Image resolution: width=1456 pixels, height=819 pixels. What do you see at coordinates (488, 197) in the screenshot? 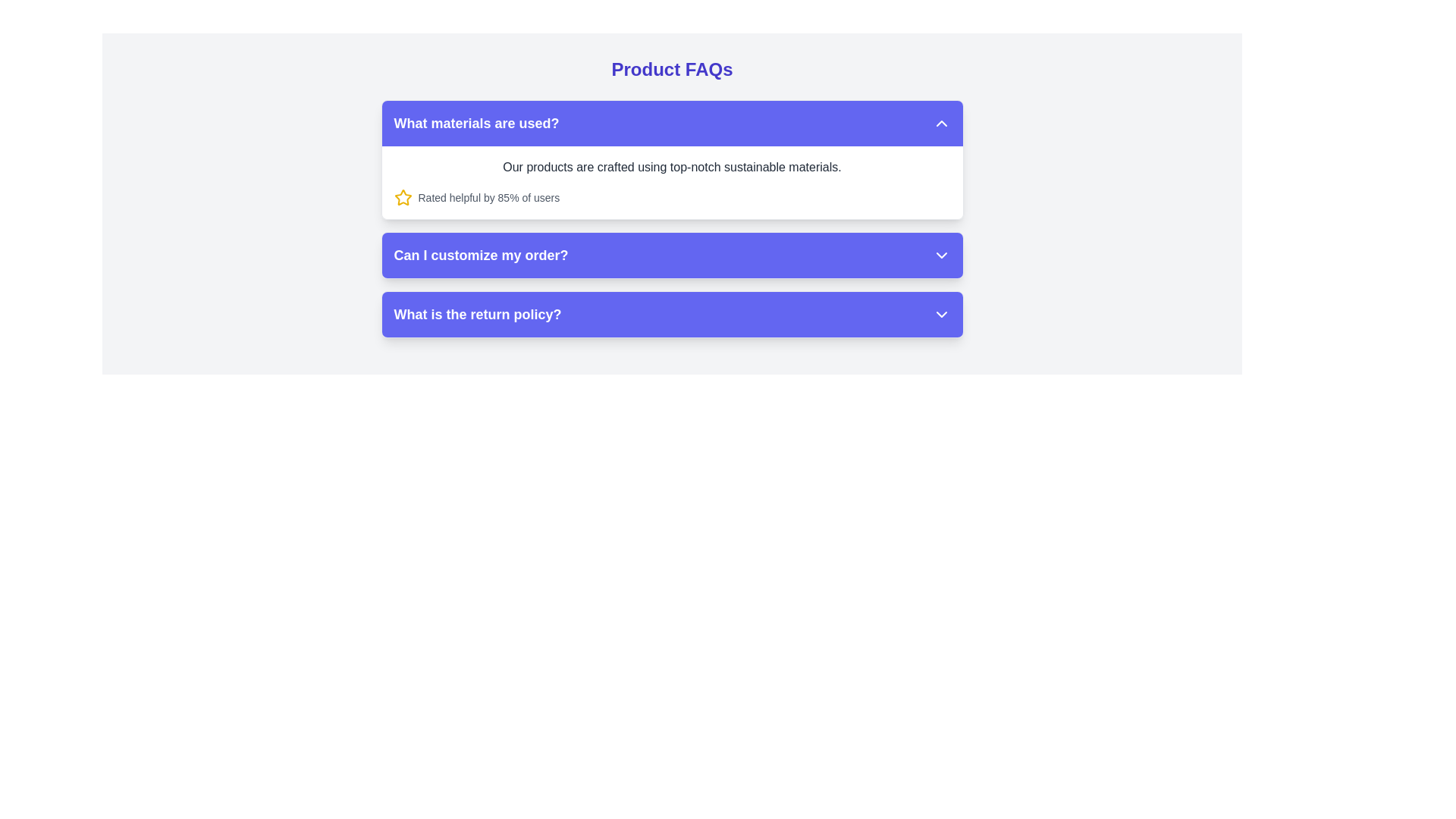
I see `the text display that reads 'Rated helpful by 85% of users', which is styled in a small gray font and positioned next to a star icon, located beneath the question 'What materials are used?'` at bounding box center [488, 197].